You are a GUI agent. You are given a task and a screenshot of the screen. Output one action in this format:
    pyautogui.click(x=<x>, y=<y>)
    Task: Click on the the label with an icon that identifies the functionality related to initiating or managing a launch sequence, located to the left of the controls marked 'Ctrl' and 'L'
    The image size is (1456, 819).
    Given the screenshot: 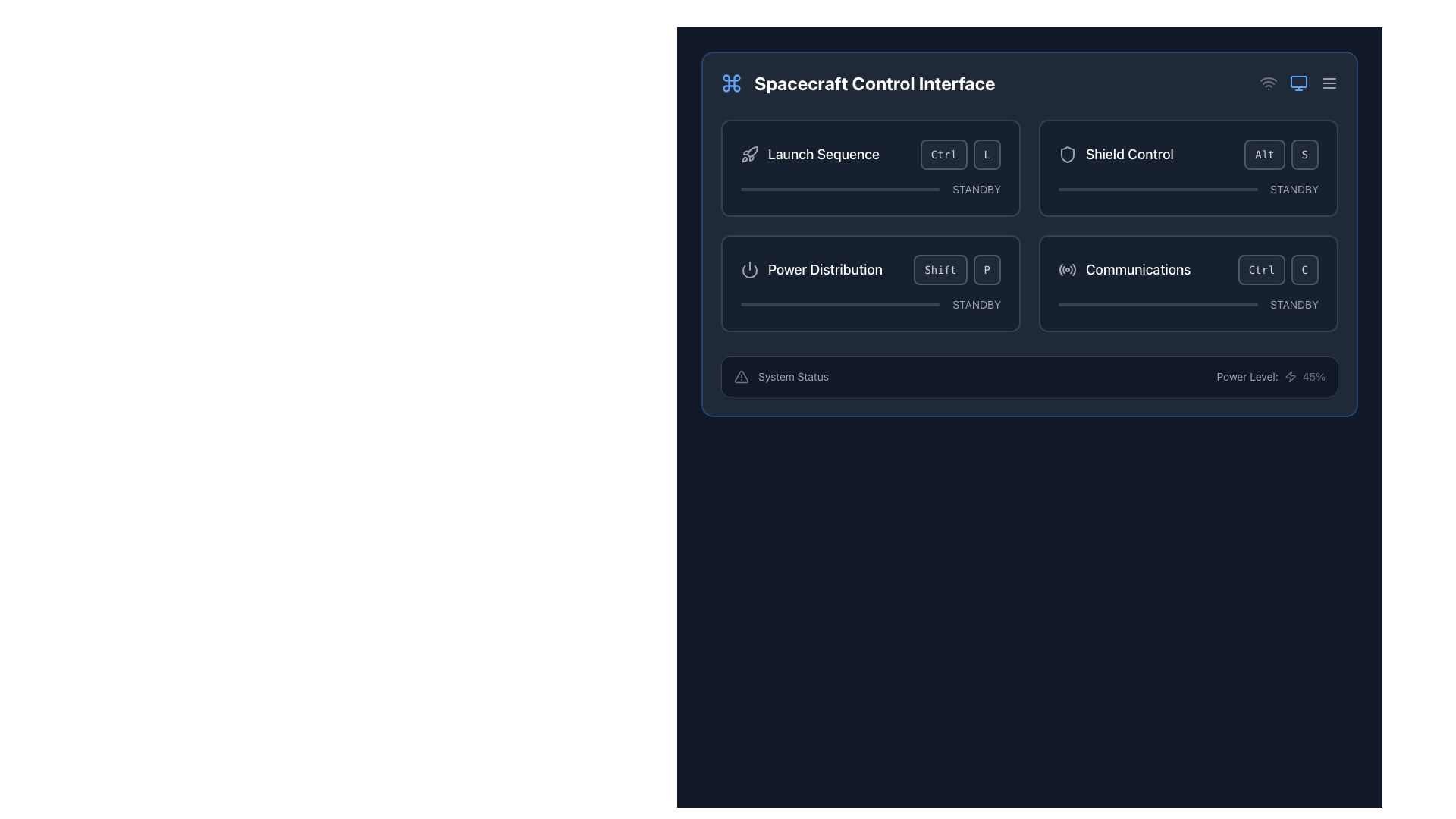 What is the action you would take?
    pyautogui.click(x=809, y=155)
    